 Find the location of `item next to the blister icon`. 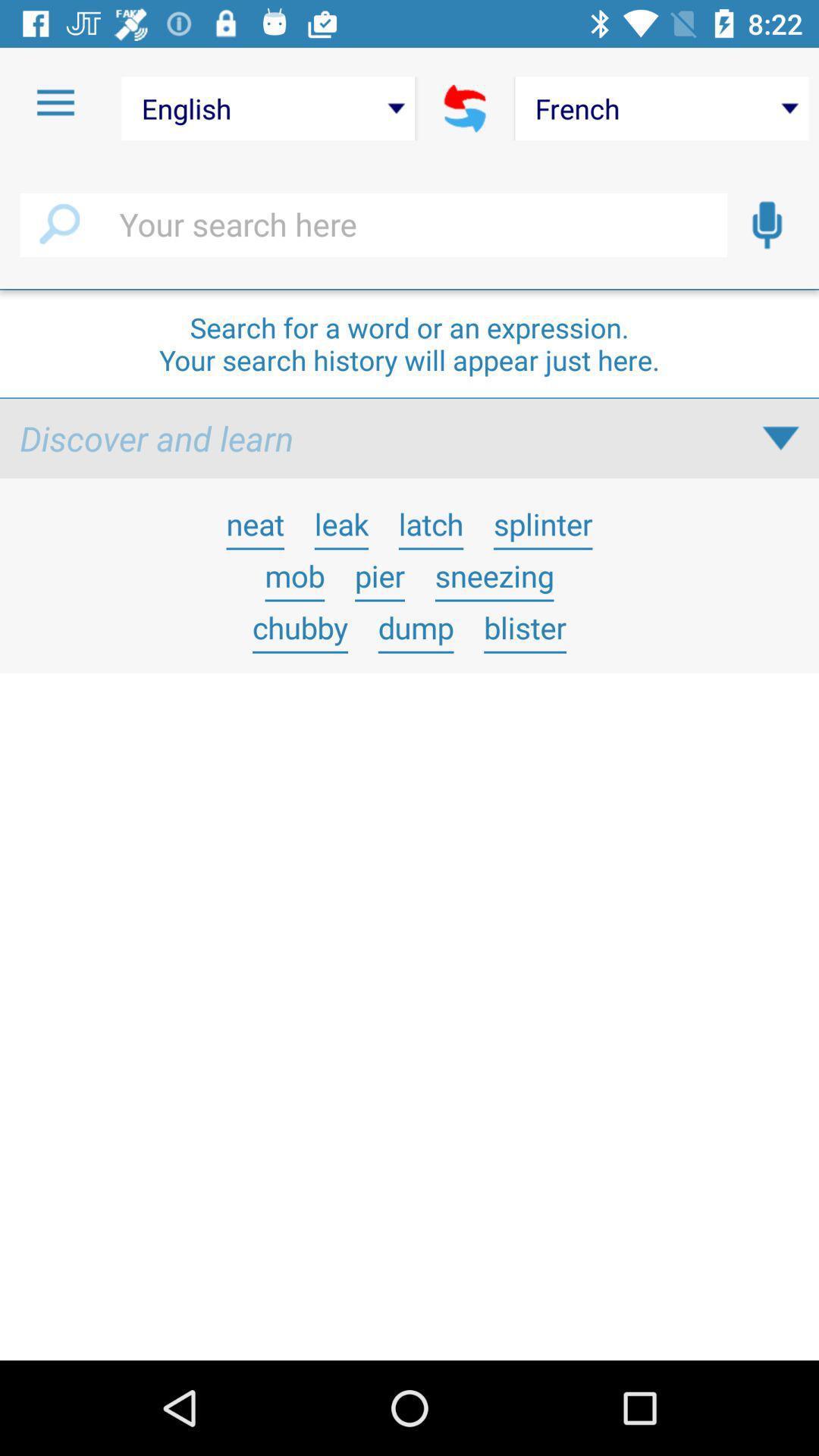

item next to the blister icon is located at coordinates (416, 627).